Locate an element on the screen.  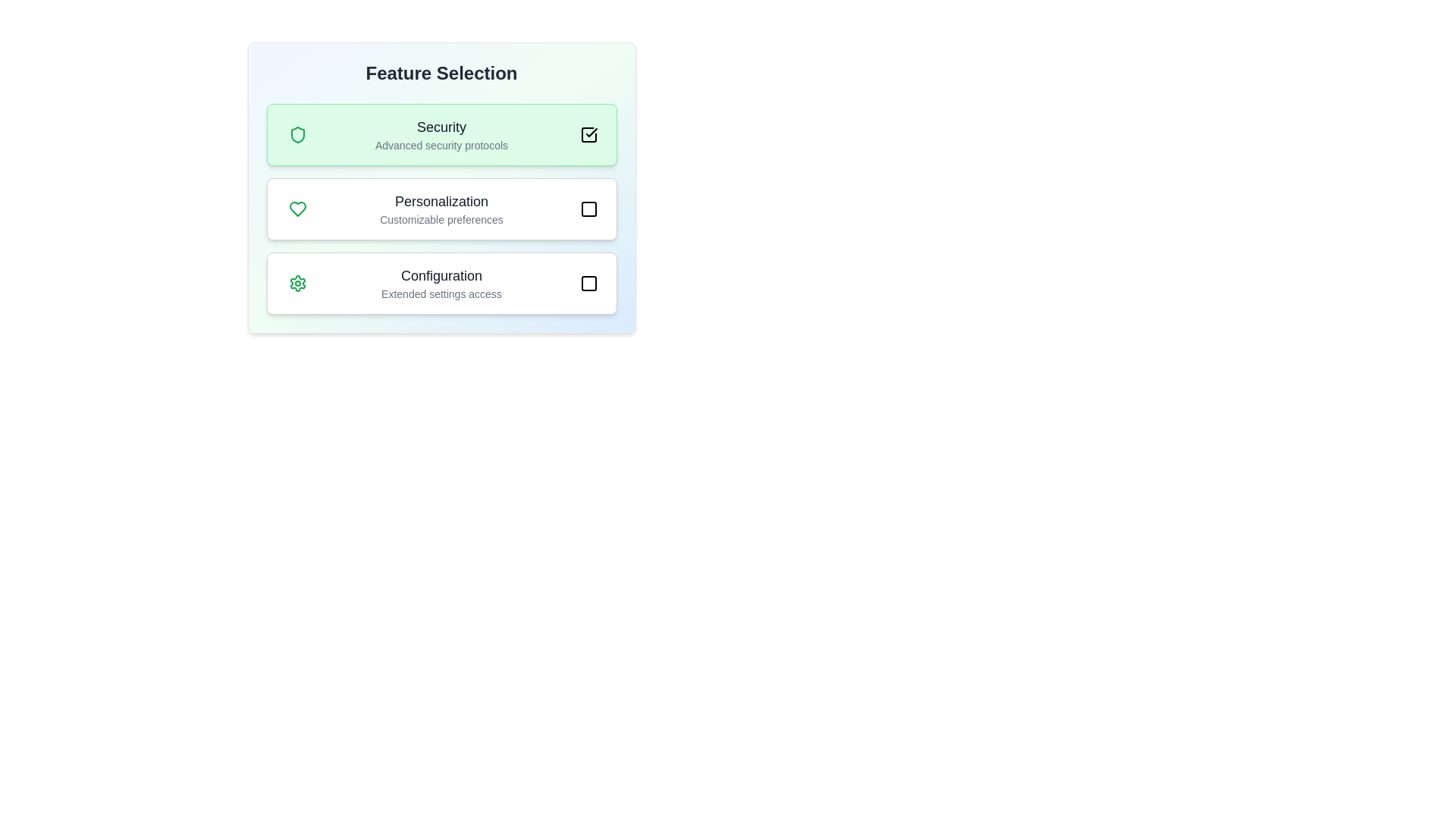
the Configuration icon located within the Configuration card, which is below the Personalization card in the vertical list of settings options is located at coordinates (297, 284).